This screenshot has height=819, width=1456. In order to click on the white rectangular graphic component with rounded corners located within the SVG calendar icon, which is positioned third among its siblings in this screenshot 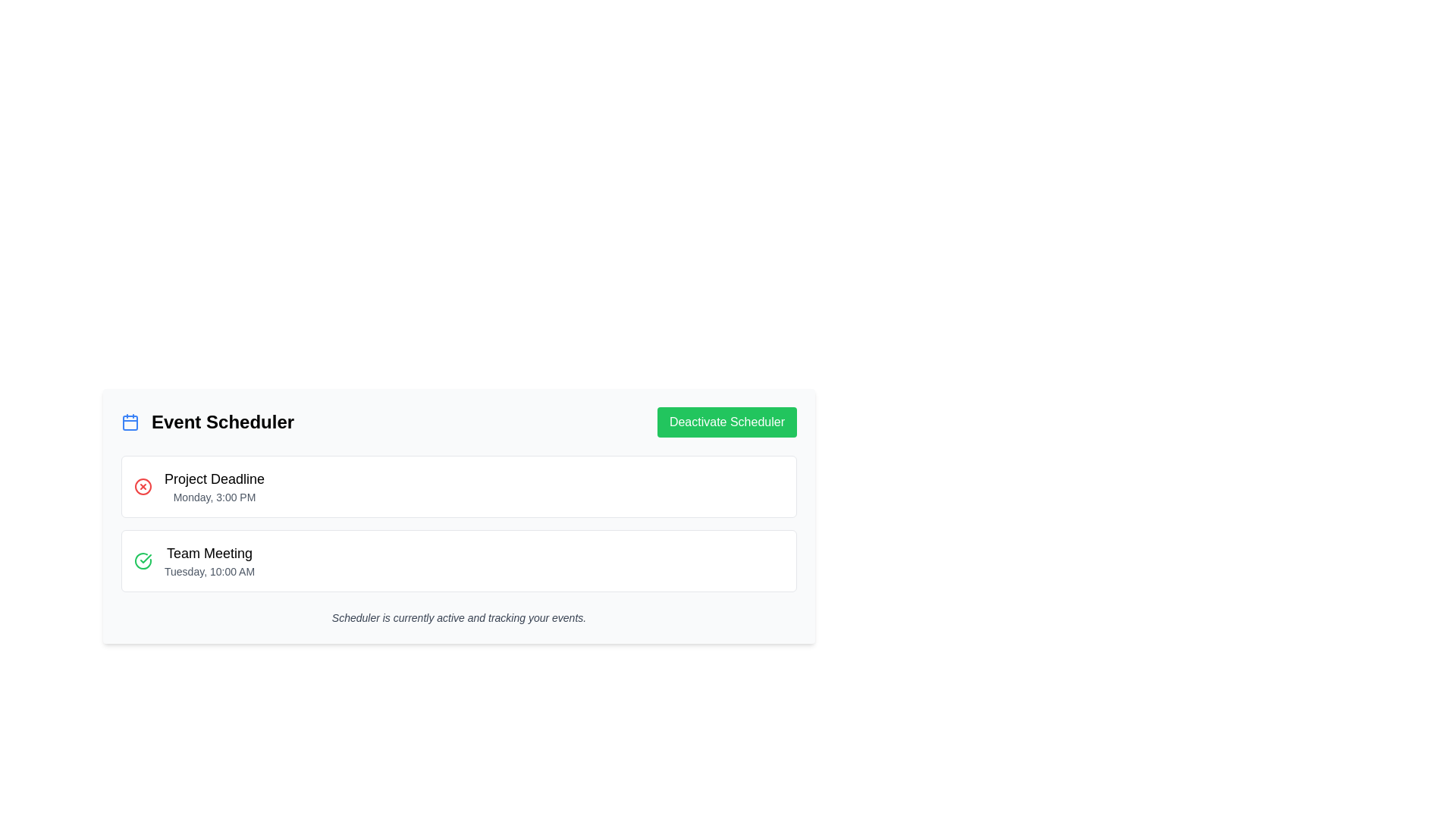, I will do `click(130, 423)`.